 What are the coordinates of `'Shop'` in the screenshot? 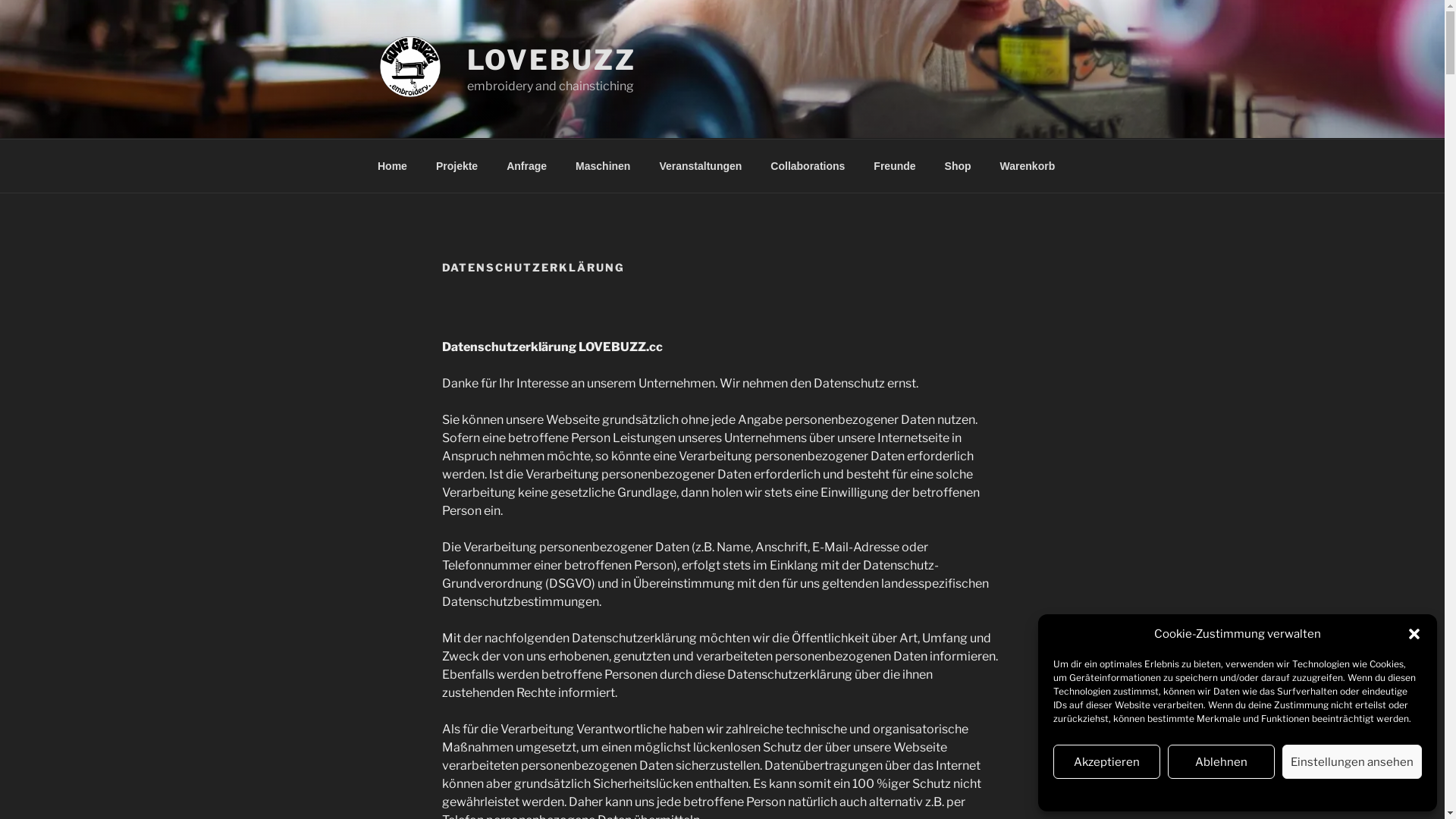 It's located at (956, 165).